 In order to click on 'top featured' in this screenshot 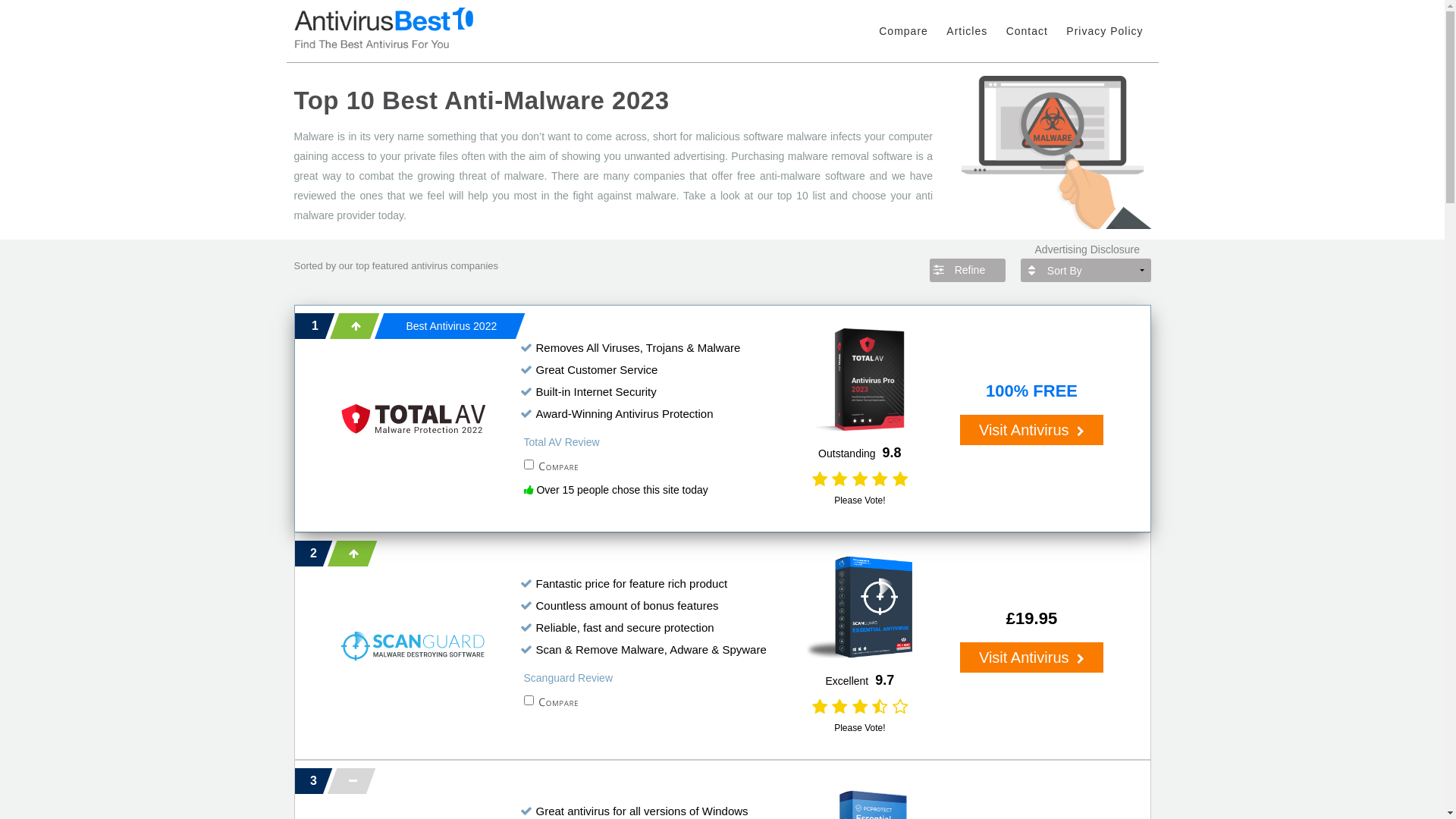, I will do `click(381, 265)`.